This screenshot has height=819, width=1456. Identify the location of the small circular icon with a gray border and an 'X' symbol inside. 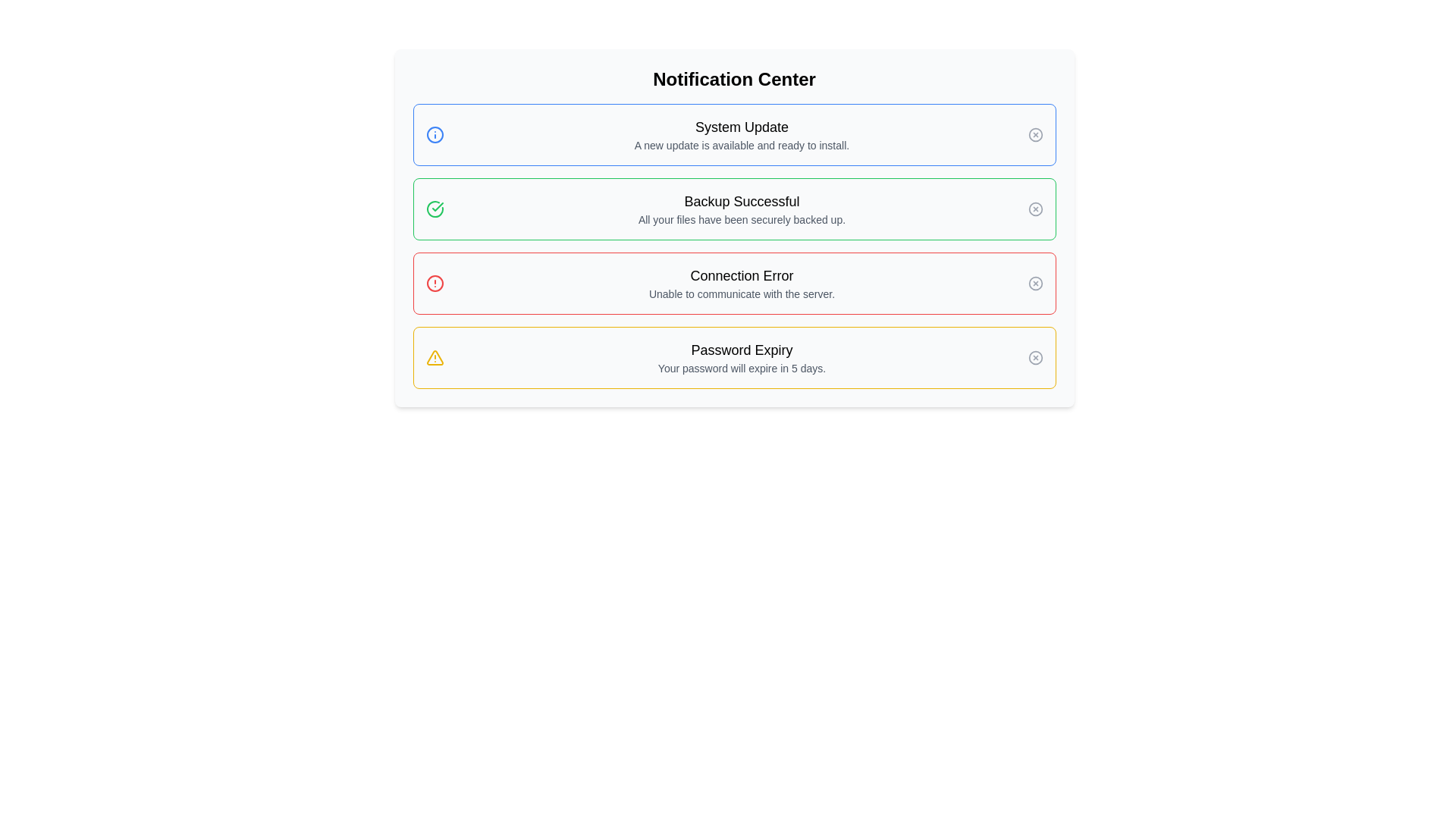
(1034, 357).